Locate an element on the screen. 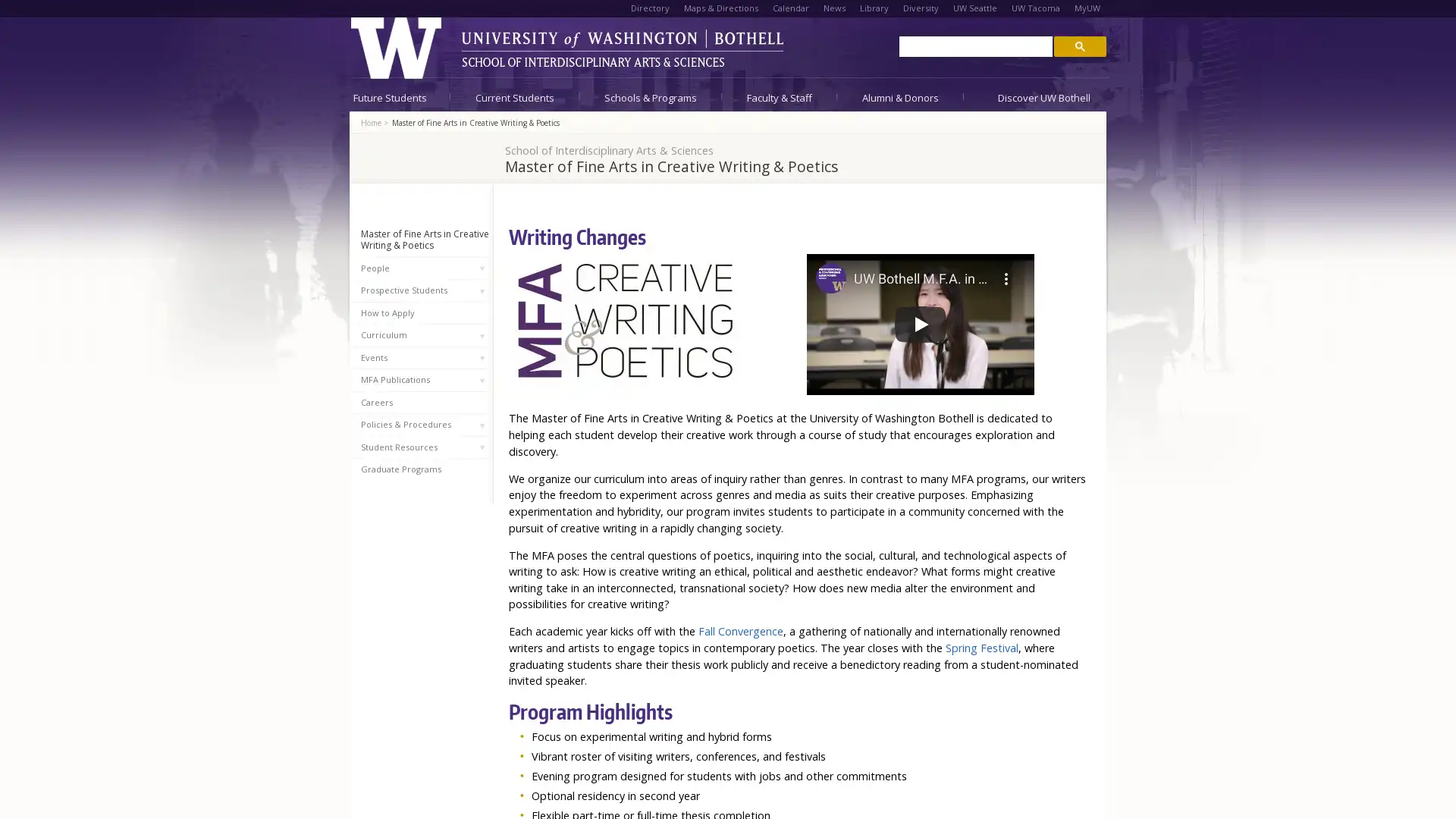 The width and height of the screenshot is (1456, 819). Policies & Procedures Submenu is located at coordinates (482, 425).